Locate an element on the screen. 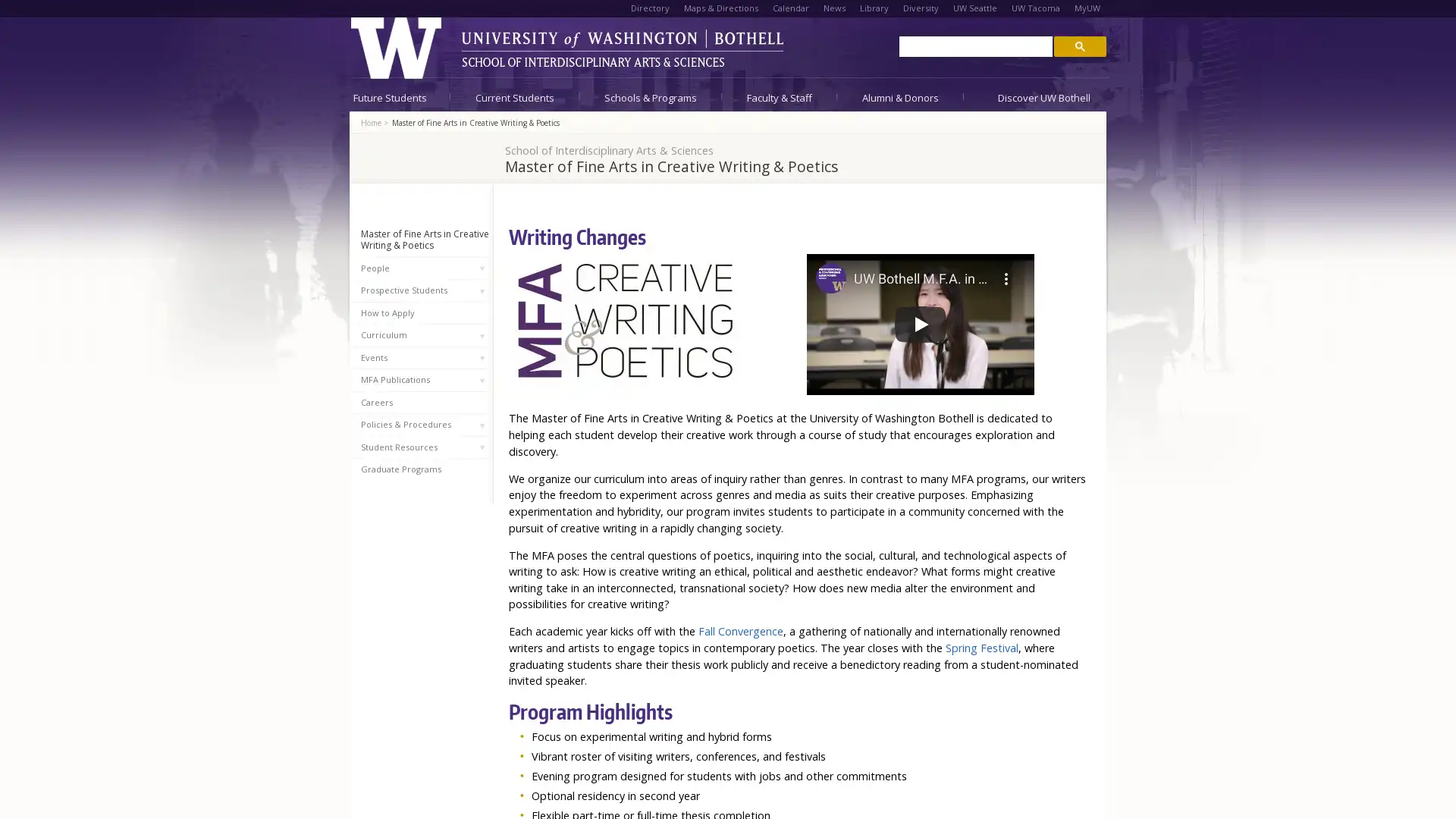 The width and height of the screenshot is (1456, 819). Policies & Procedures Submenu is located at coordinates (482, 425).